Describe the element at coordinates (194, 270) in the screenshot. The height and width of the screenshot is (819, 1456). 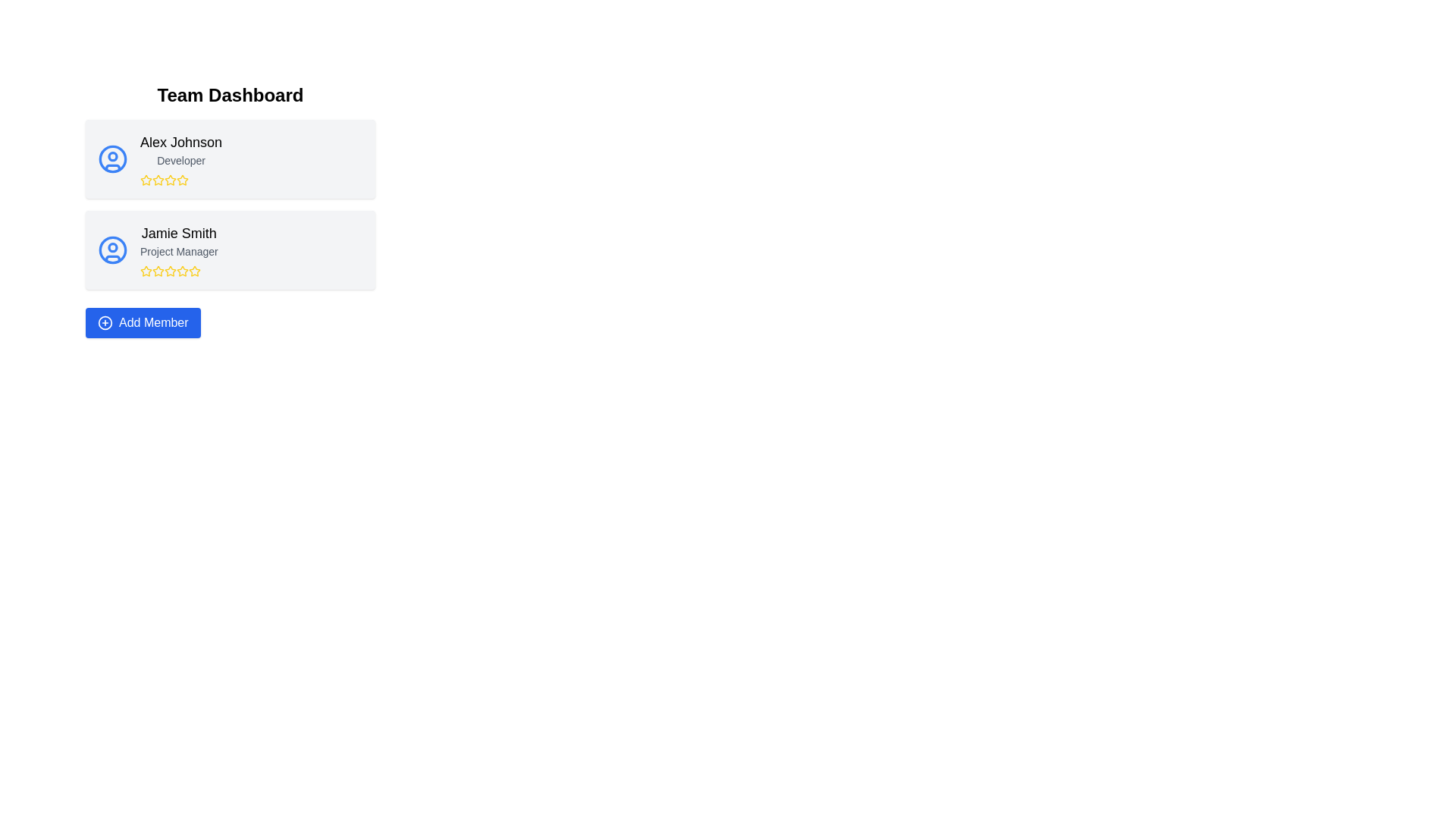
I see `the fourth yellow star icon in the five-star rating layout under the 'Jamie Smith' profile section in the 'Team Dashboard' view` at that location.